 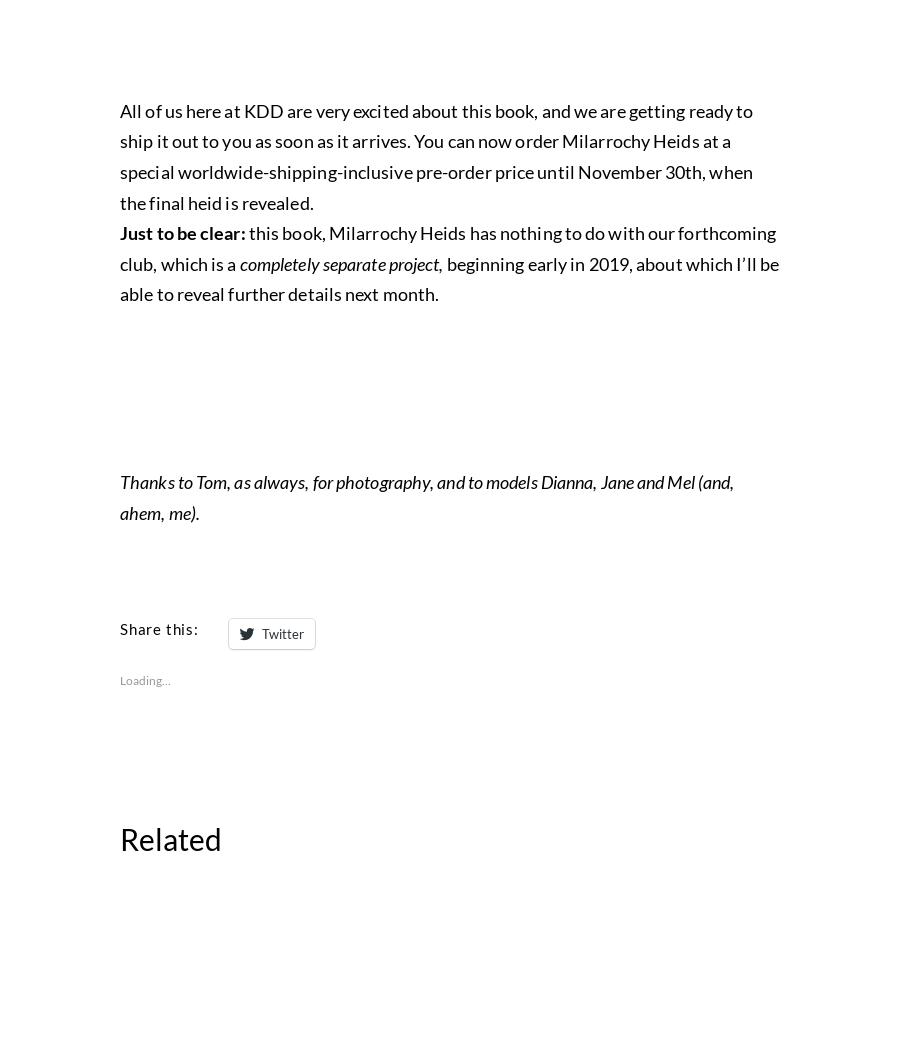 I want to click on 'beginning early in 2019, about which I’ll be able to reveal further details next month.', so click(x=449, y=718).